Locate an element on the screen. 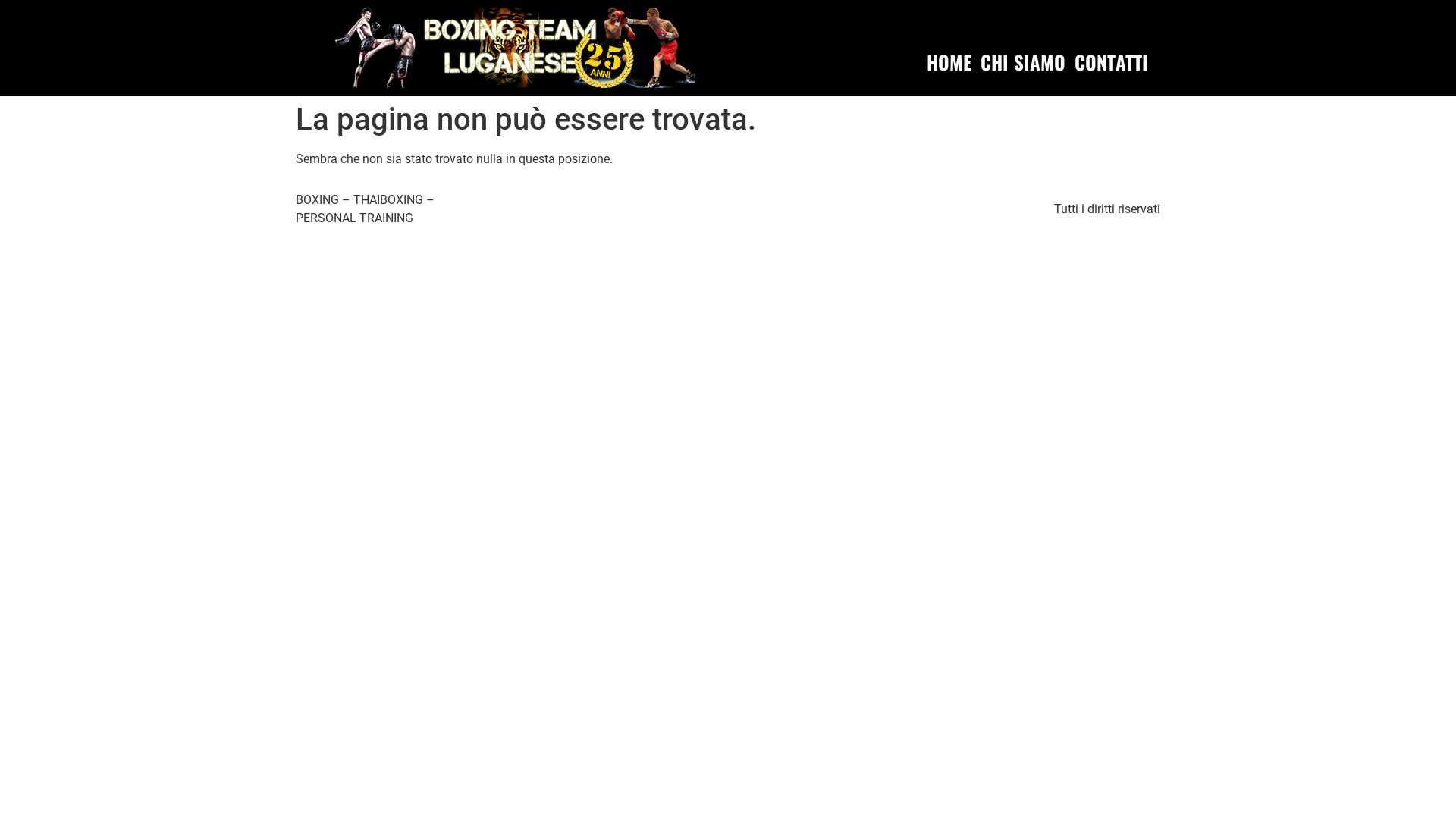  'CONTATTI' is located at coordinates (1111, 61).